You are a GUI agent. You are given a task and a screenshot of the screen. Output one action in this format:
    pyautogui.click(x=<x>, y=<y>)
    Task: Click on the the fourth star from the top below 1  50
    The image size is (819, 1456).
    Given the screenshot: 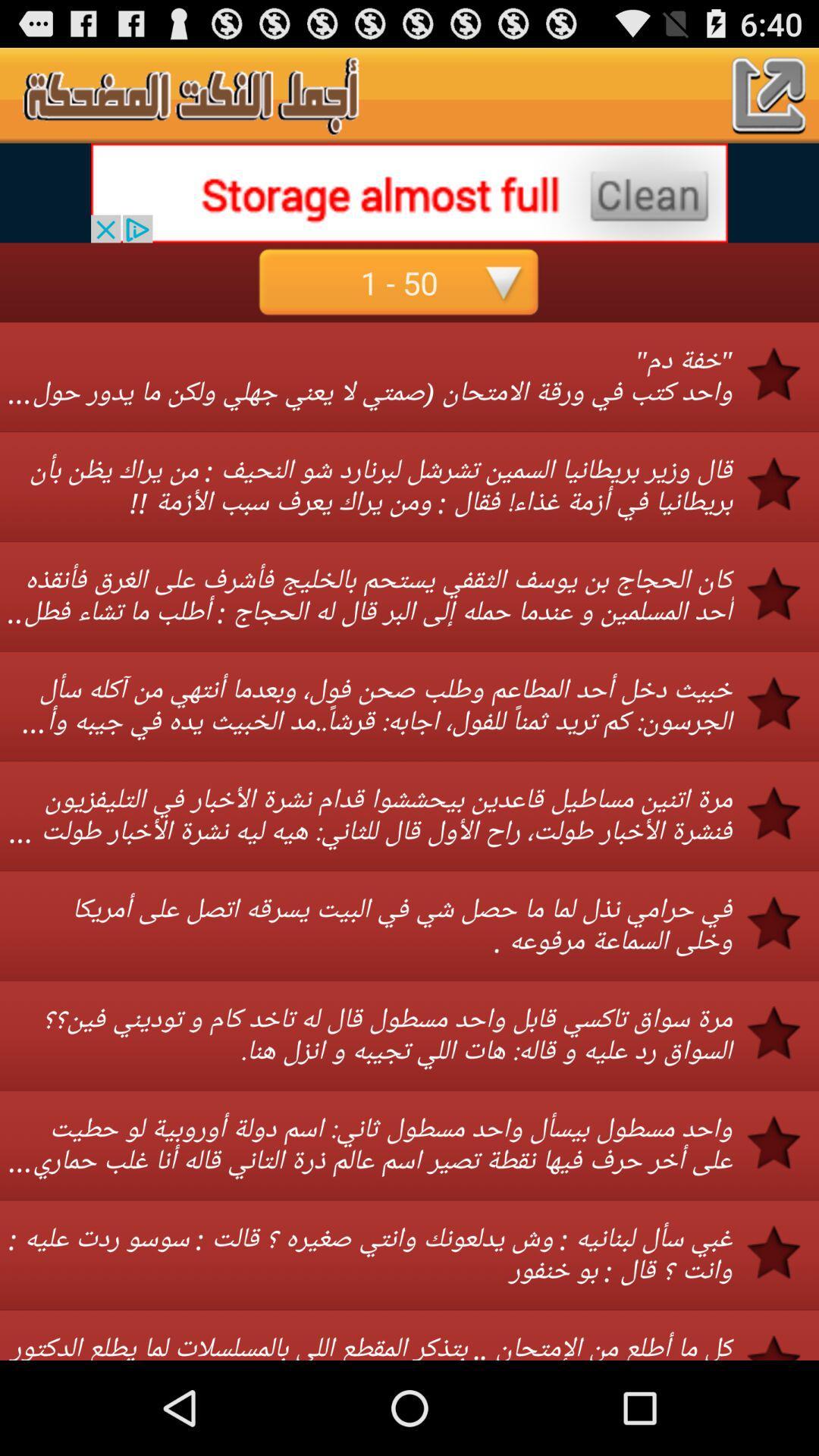 What is the action you would take?
    pyautogui.click(x=783, y=702)
    